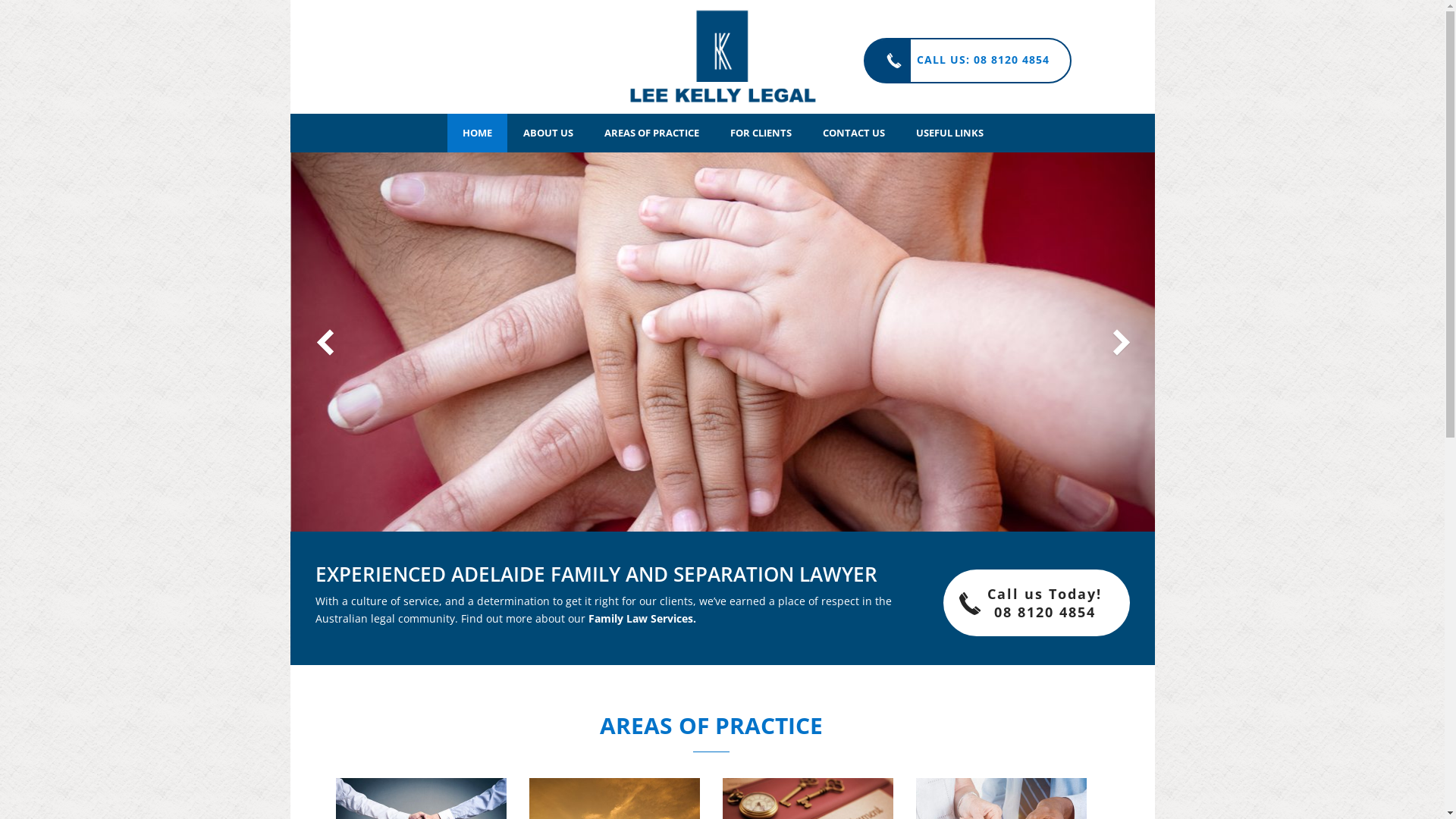 The image size is (1456, 819). What do you see at coordinates (949, 132) in the screenshot?
I see `'USEFUL LINKS'` at bounding box center [949, 132].